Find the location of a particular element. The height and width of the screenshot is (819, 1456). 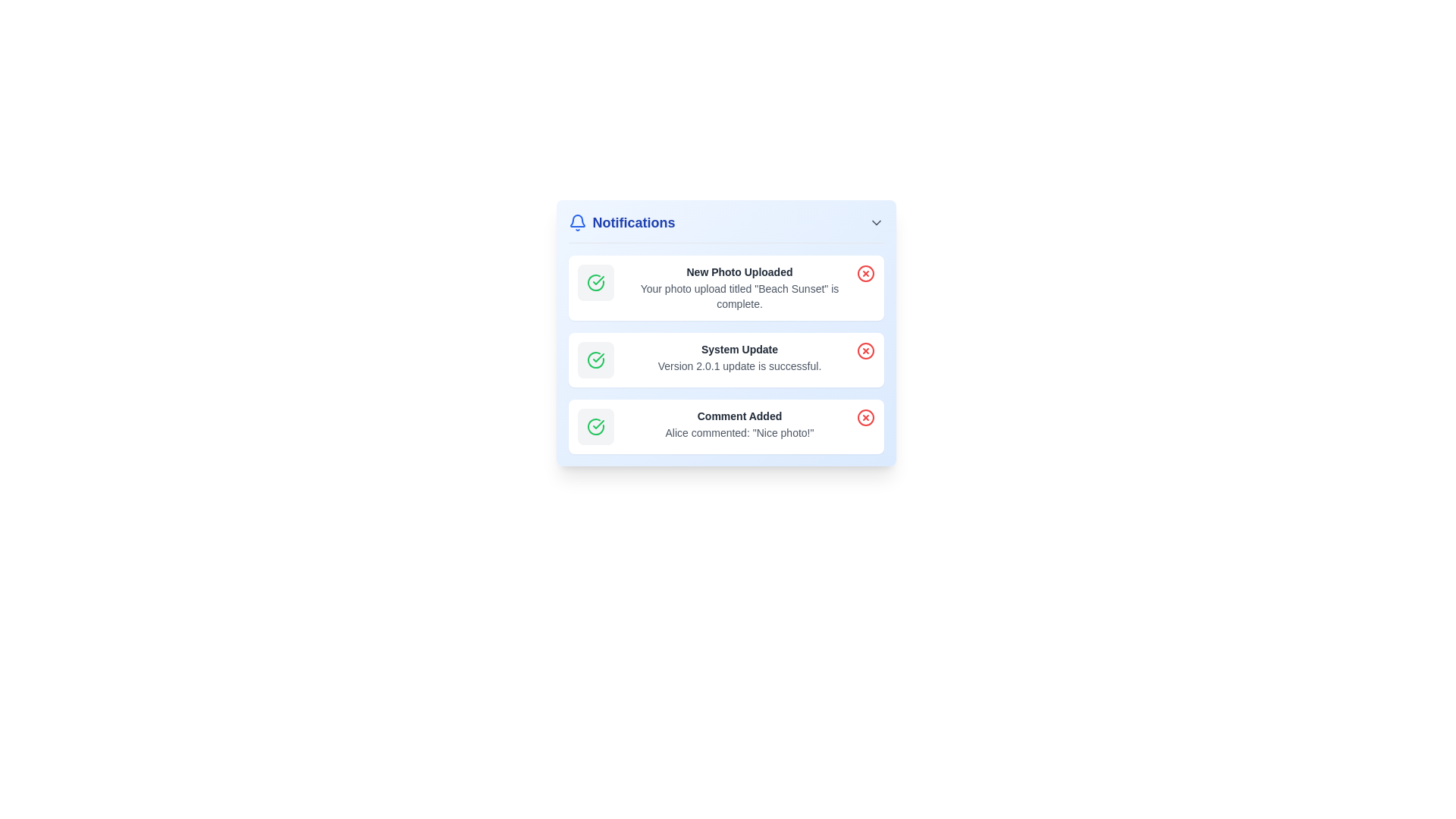

the circular graphic with a red border located within the close or delete icon in the topmost row of notifications, adjacent to the 'New Photo Uploaded' text is located at coordinates (865, 274).